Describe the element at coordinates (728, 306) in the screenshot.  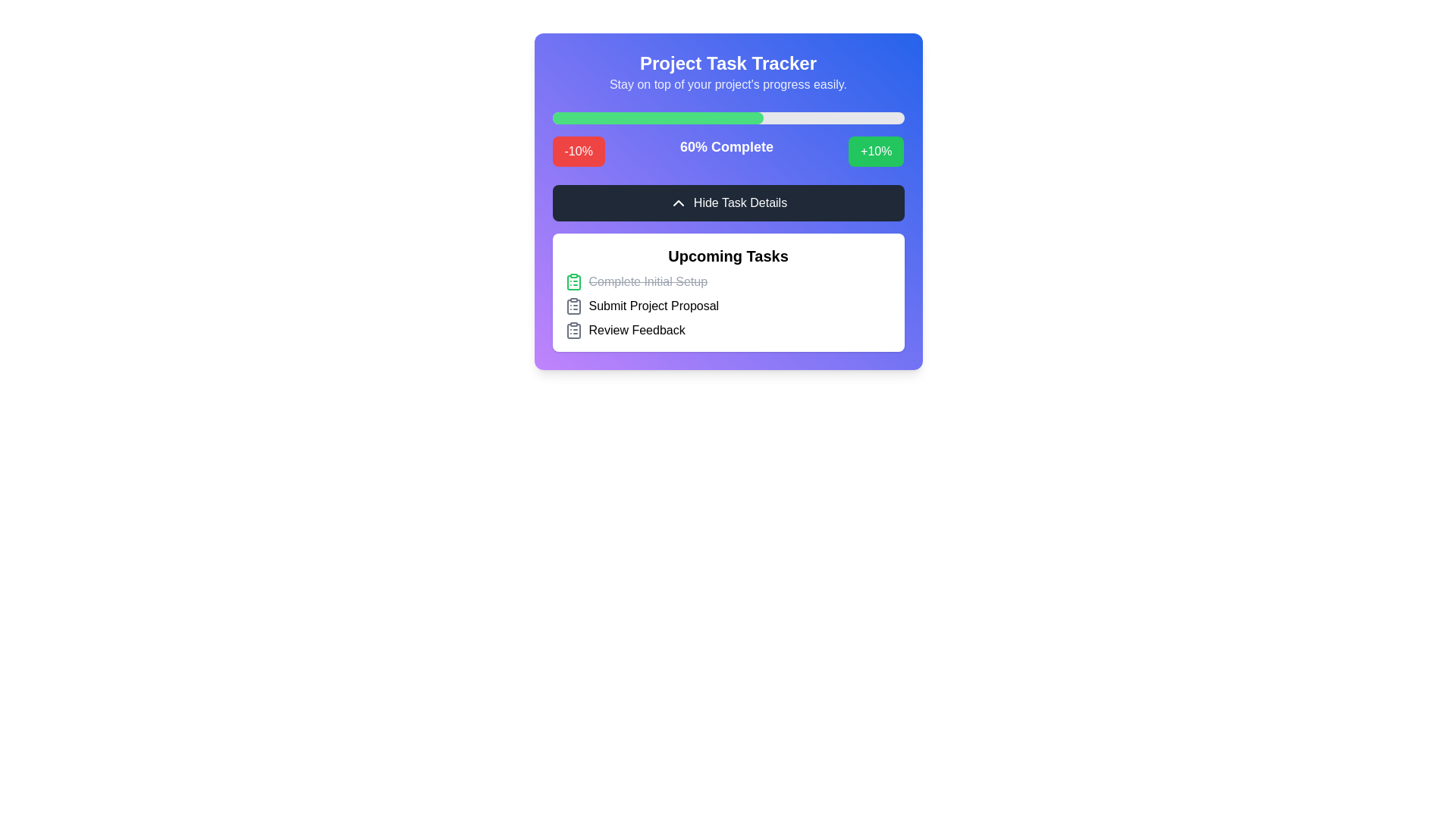
I see `the 'Submit Project Proposal' task item in the Upcoming Tasks list` at that location.